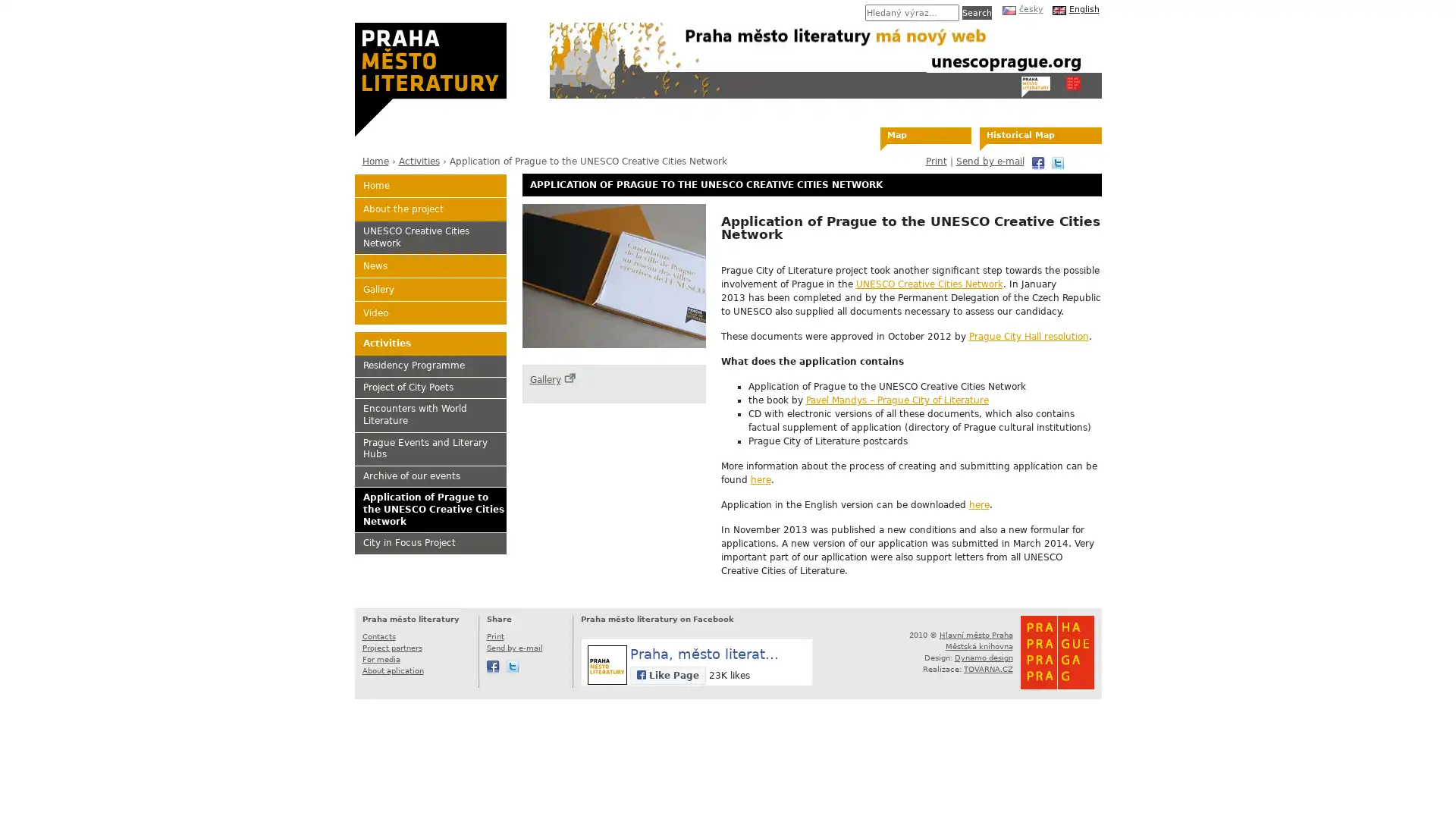 This screenshot has width=1456, height=819. Describe the element at coordinates (976, 12) in the screenshot. I see `Search` at that location.